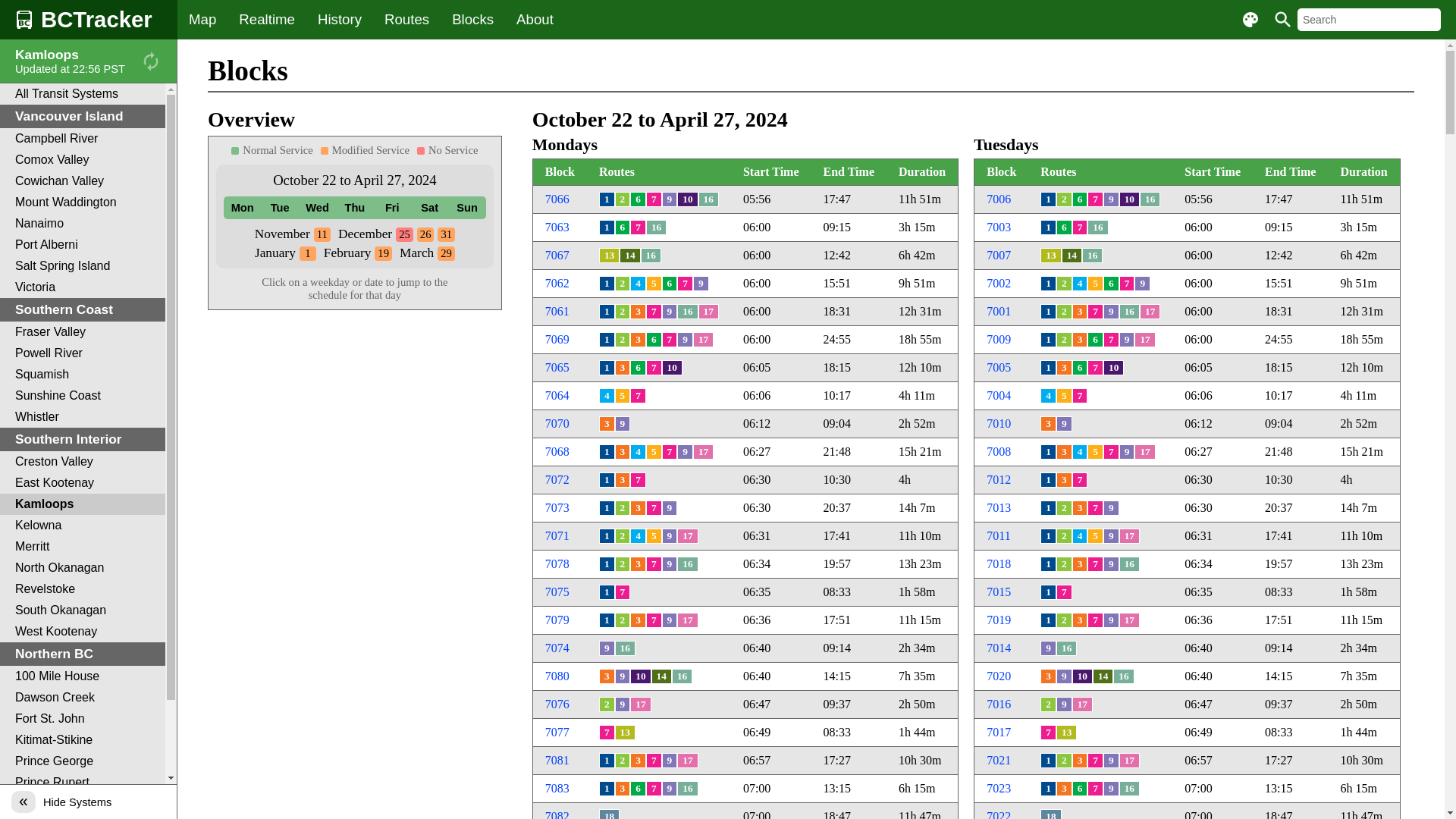 This screenshot has height=819, width=1456. Describe the element at coordinates (1095, 311) in the screenshot. I see `'7'` at that location.